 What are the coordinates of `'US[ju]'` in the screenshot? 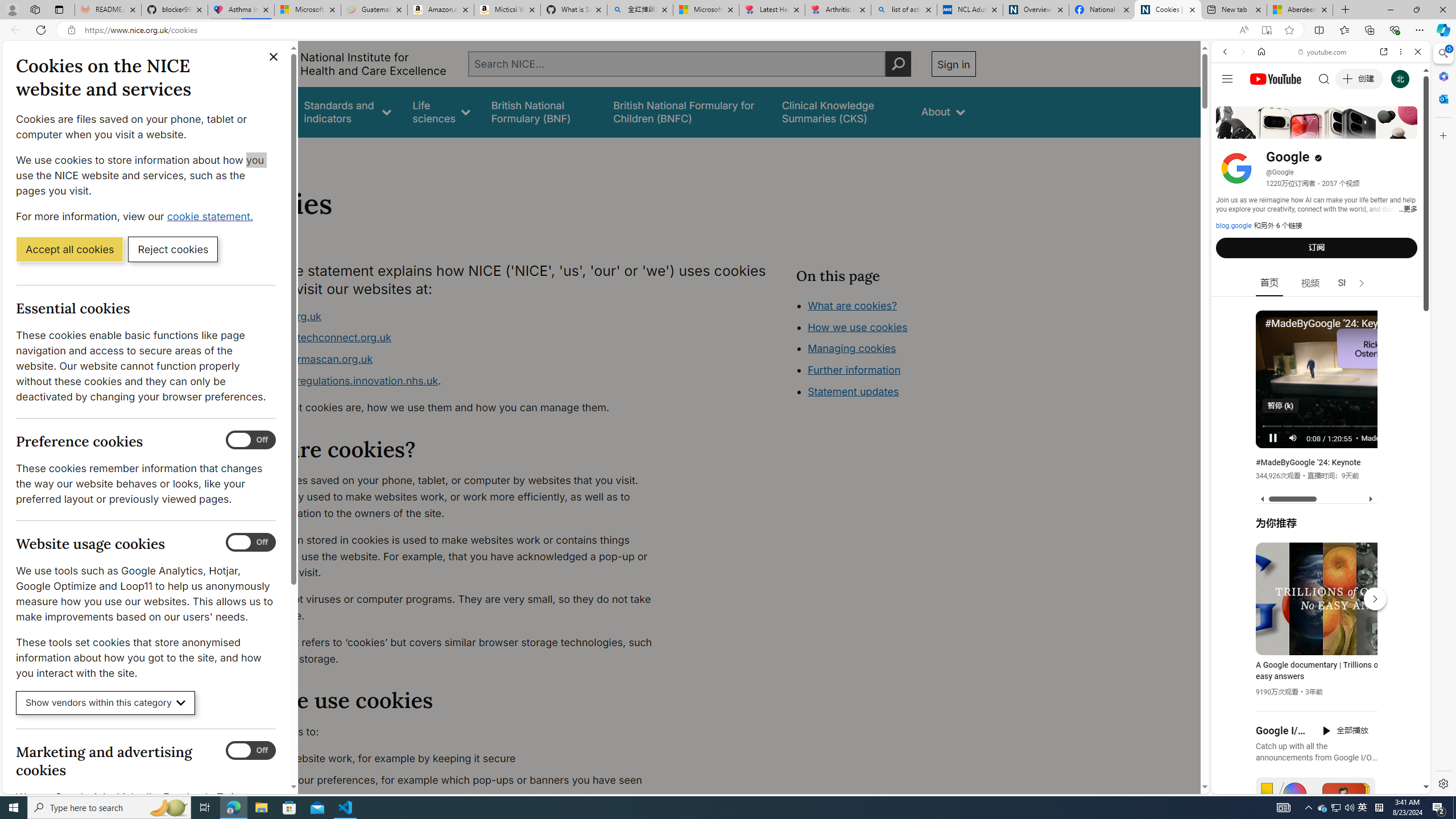 It's located at (1249, 784).